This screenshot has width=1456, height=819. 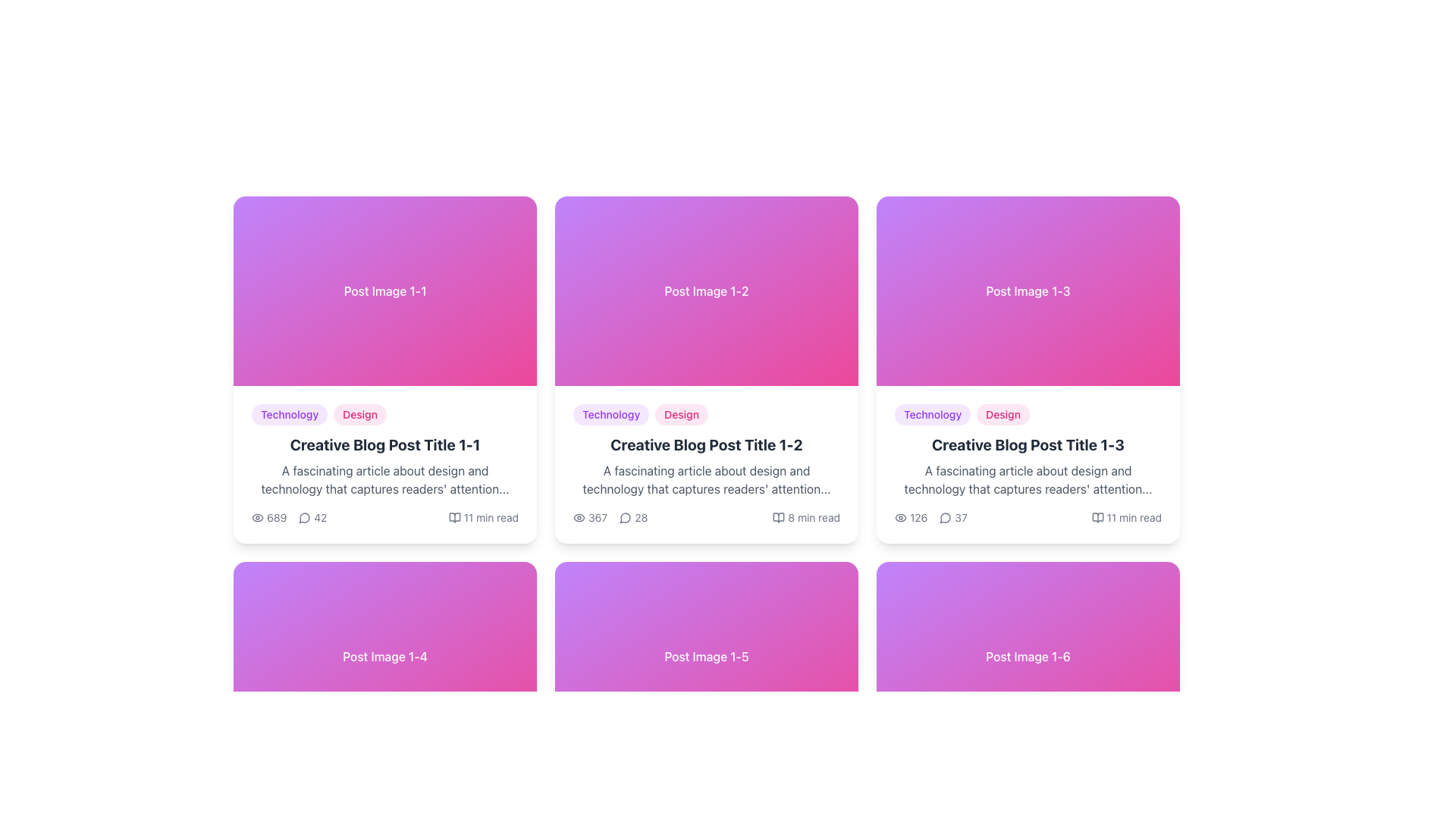 I want to click on the tag list element containing the labels 'Technology' and 'Design', so click(x=1028, y=415).